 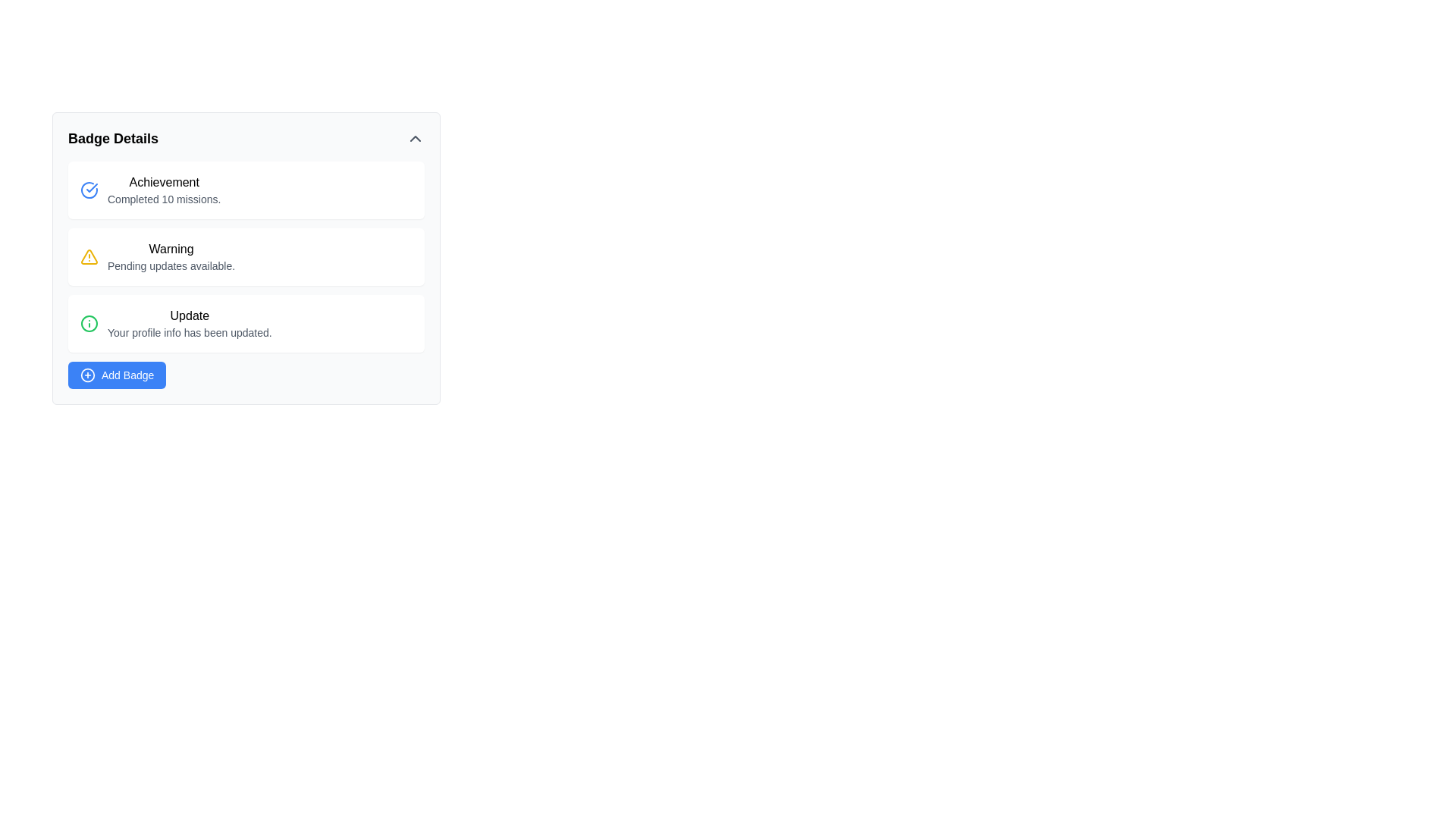 What do you see at coordinates (189, 315) in the screenshot?
I see `the Text Label that serves as a heading or title in the 'Badge Details' panel, located above the text 'Your profile info has been updated.'` at bounding box center [189, 315].